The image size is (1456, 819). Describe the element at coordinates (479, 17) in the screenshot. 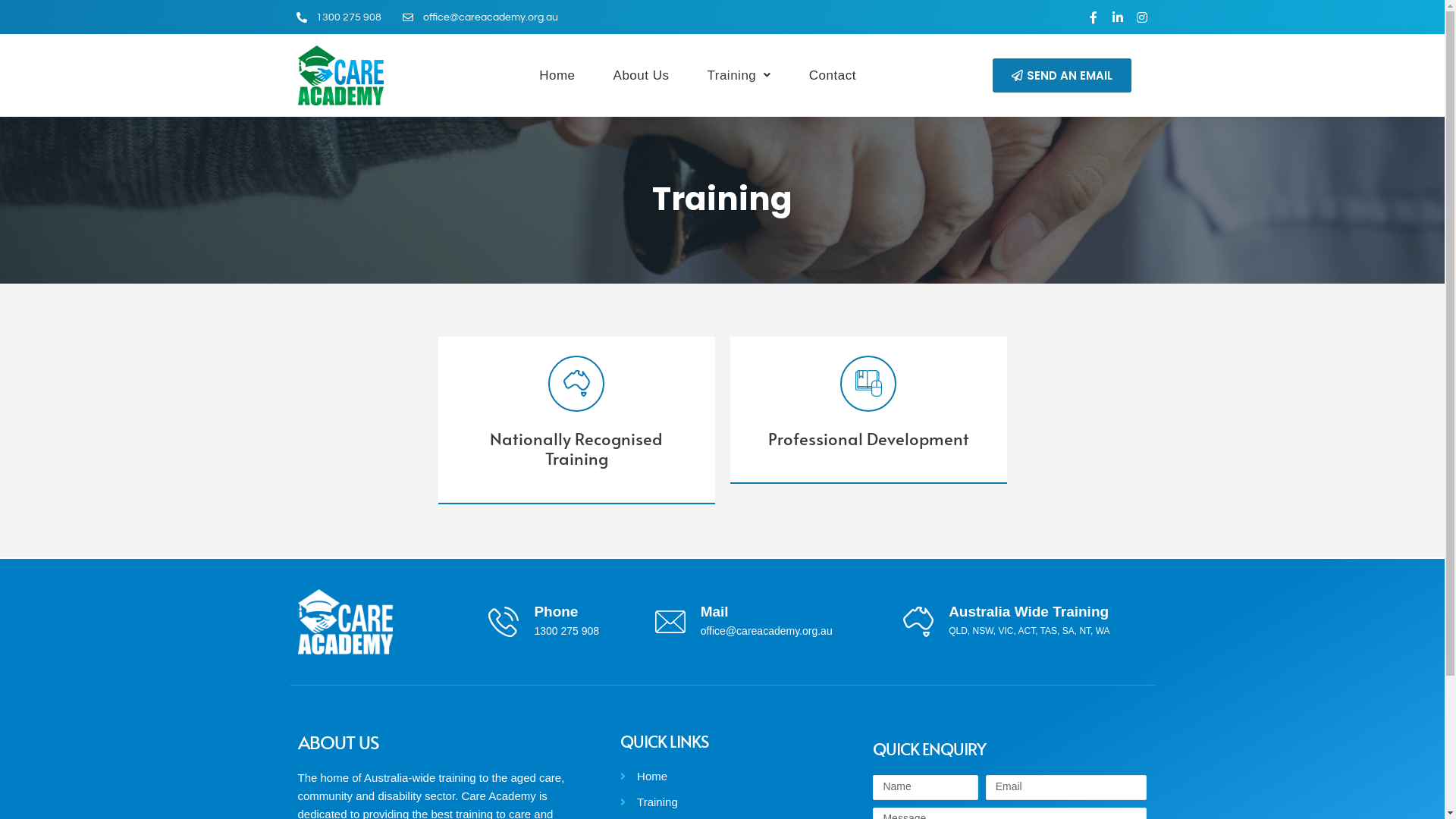

I see `'office@careacademy.org.au'` at that location.